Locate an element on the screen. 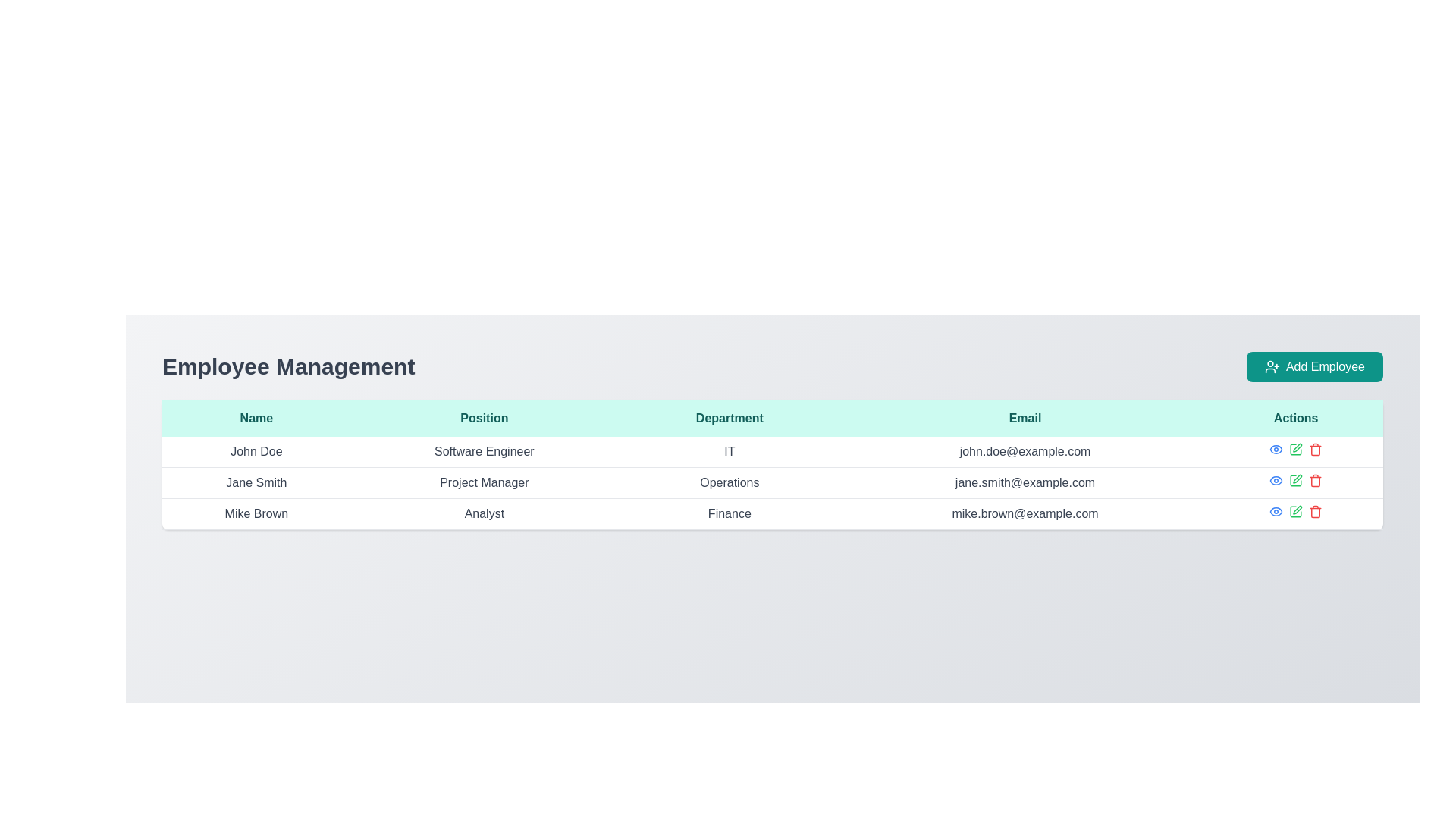 Image resolution: width=1456 pixels, height=819 pixels. the red trash bin icon representing a delete action in the 'Actions' column for the employee 'Mike Brown' is located at coordinates (1315, 449).